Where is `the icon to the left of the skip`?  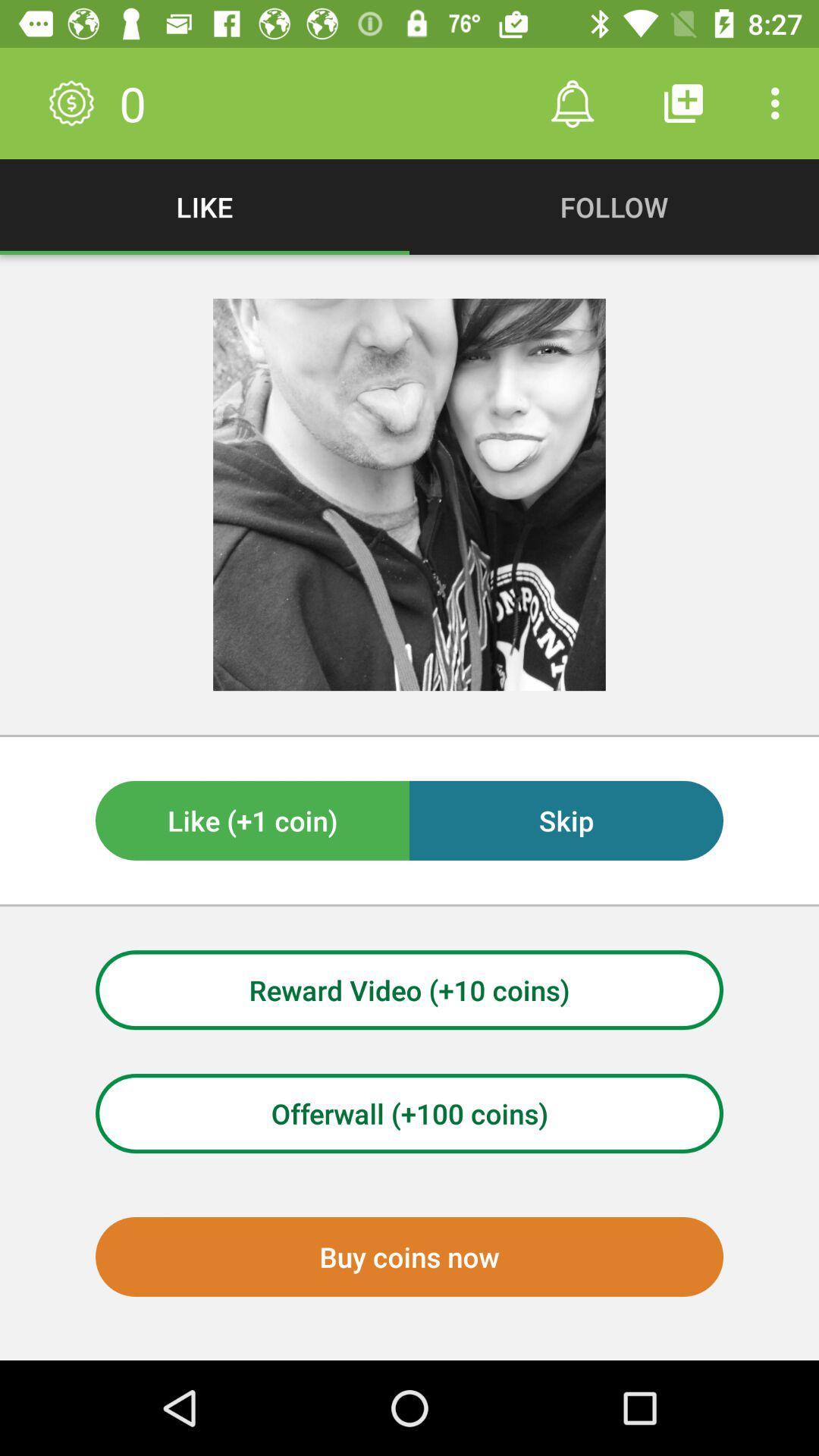 the icon to the left of the skip is located at coordinates (251, 820).